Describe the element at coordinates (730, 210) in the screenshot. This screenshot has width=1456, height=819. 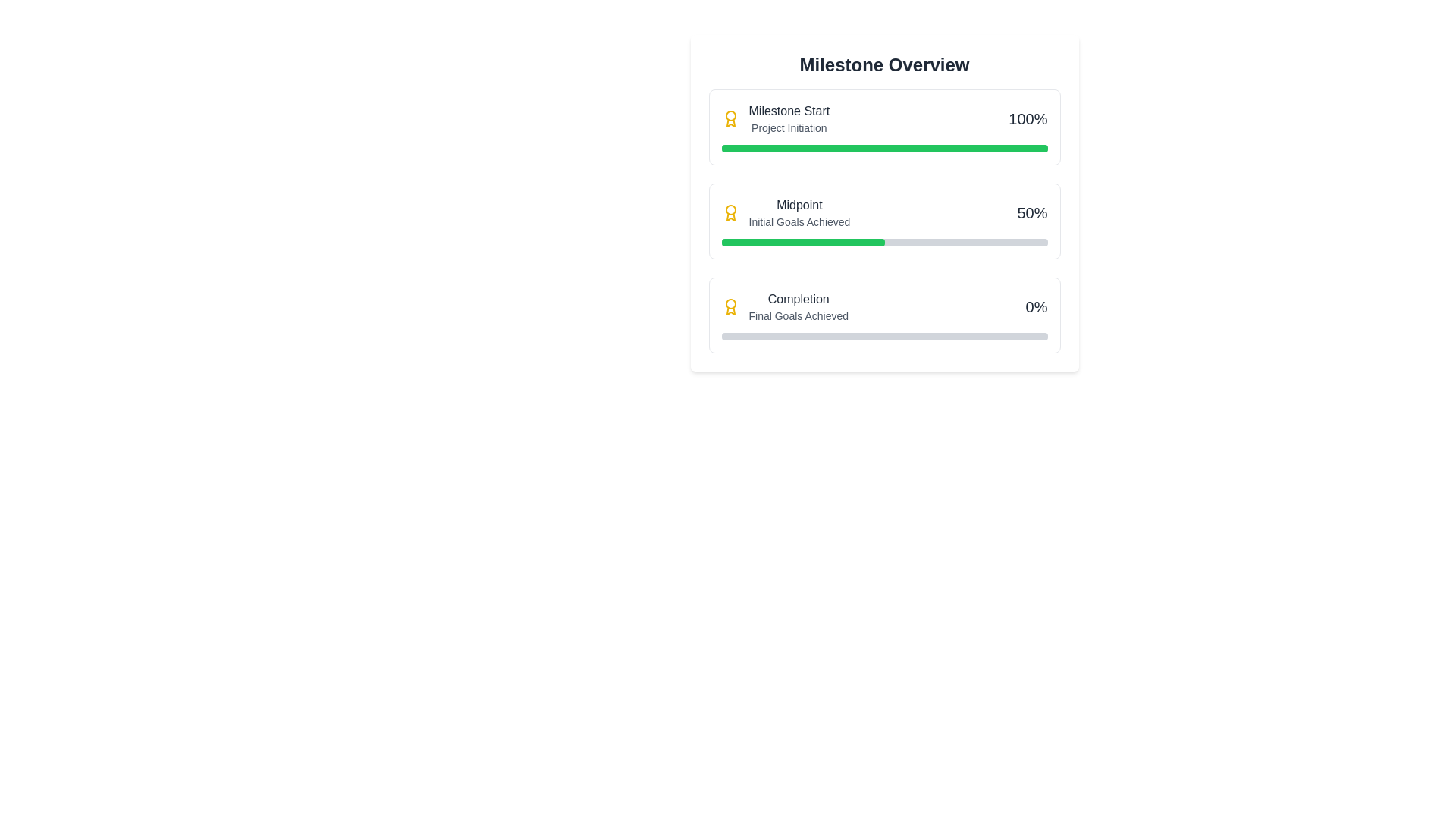
I see `the circular graphical element within the SVG` at that location.